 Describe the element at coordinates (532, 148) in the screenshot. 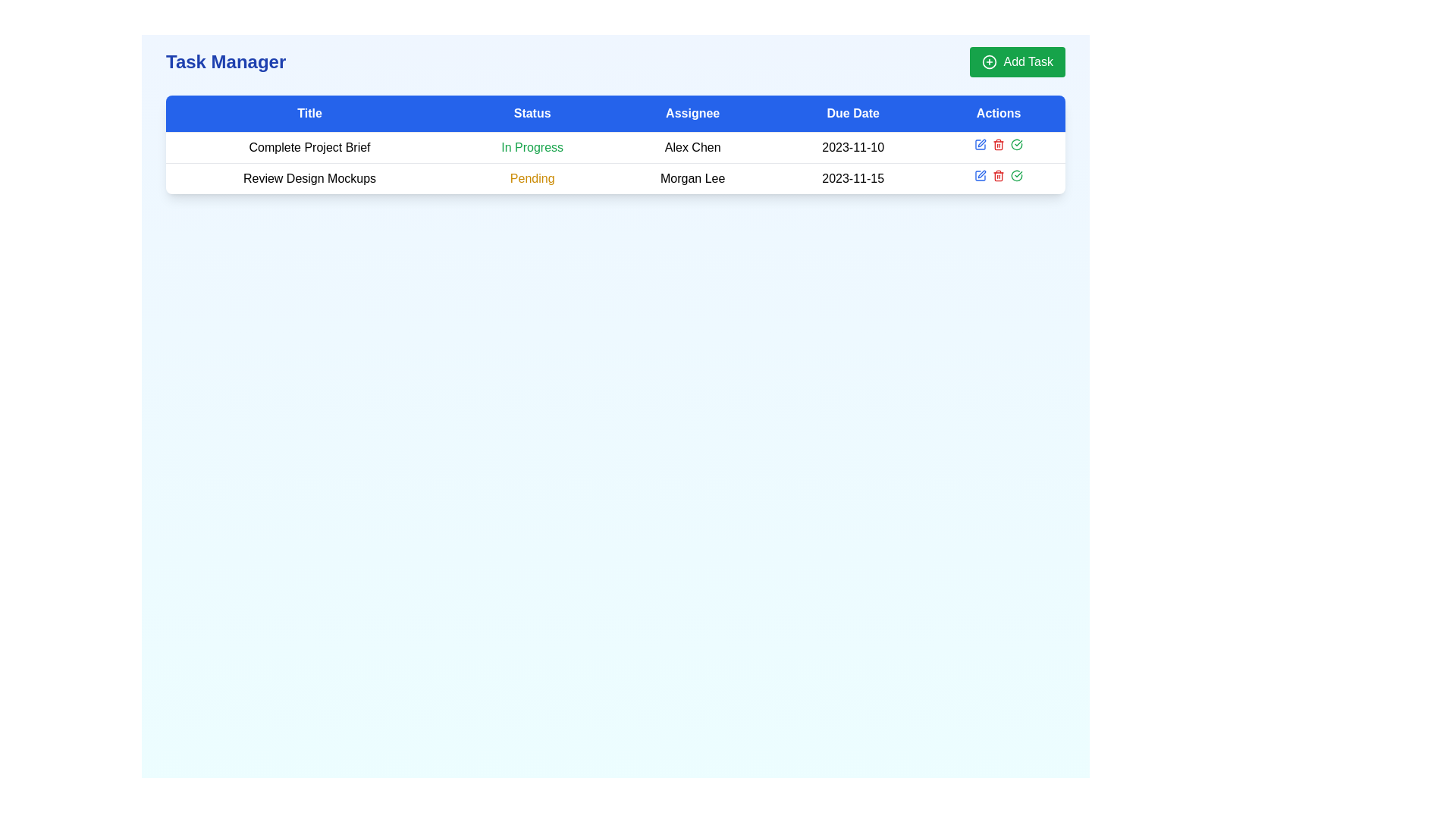

I see `the Status label indicating the current status of the task 'Complete Project Brief', located in the second column of the first row under the 'Status' header` at that location.